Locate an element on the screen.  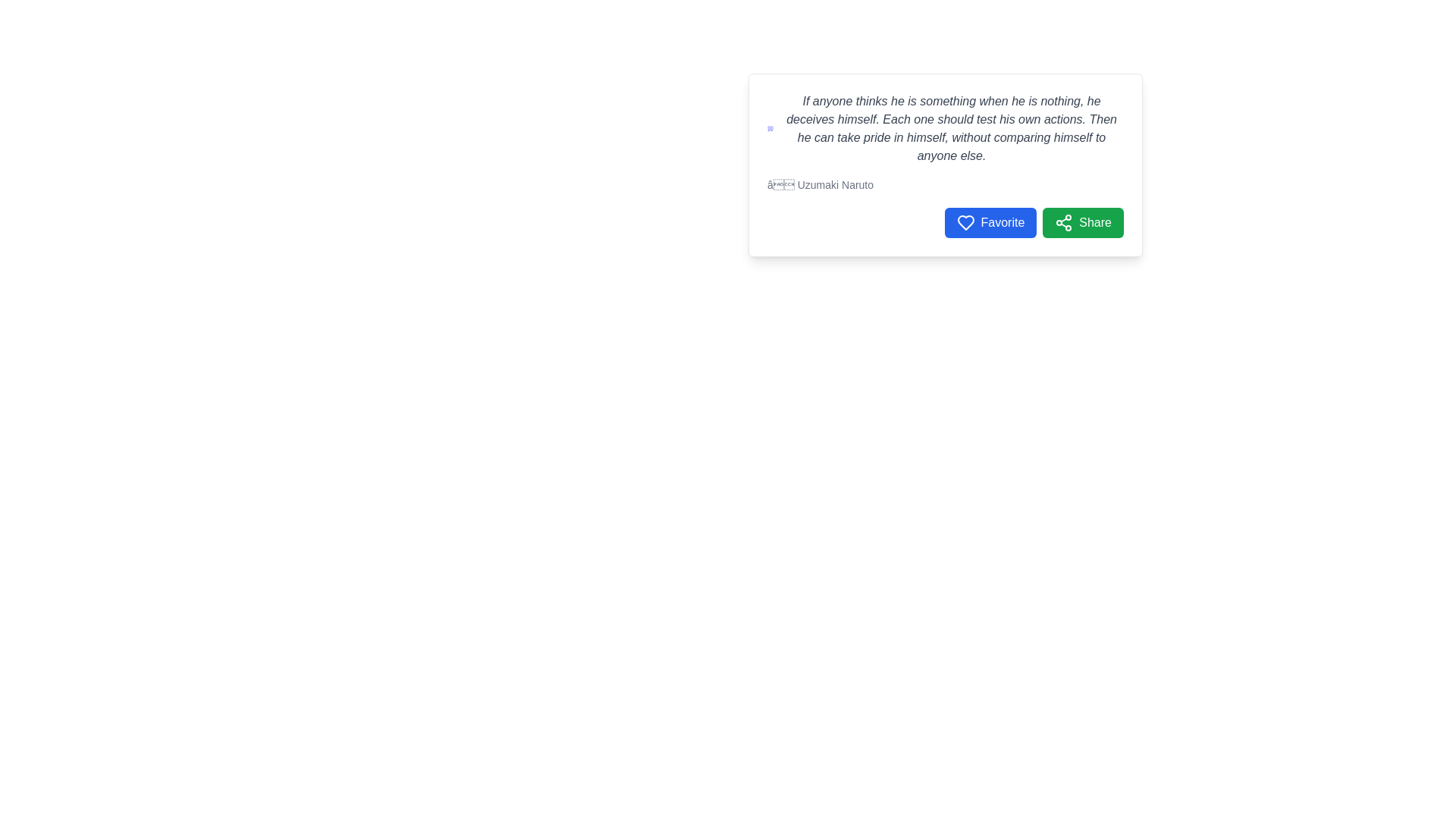
the favorite button, which is the leftmost button in a horizontal arrangement next to a green 'Share' button is located at coordinates (990, 222).